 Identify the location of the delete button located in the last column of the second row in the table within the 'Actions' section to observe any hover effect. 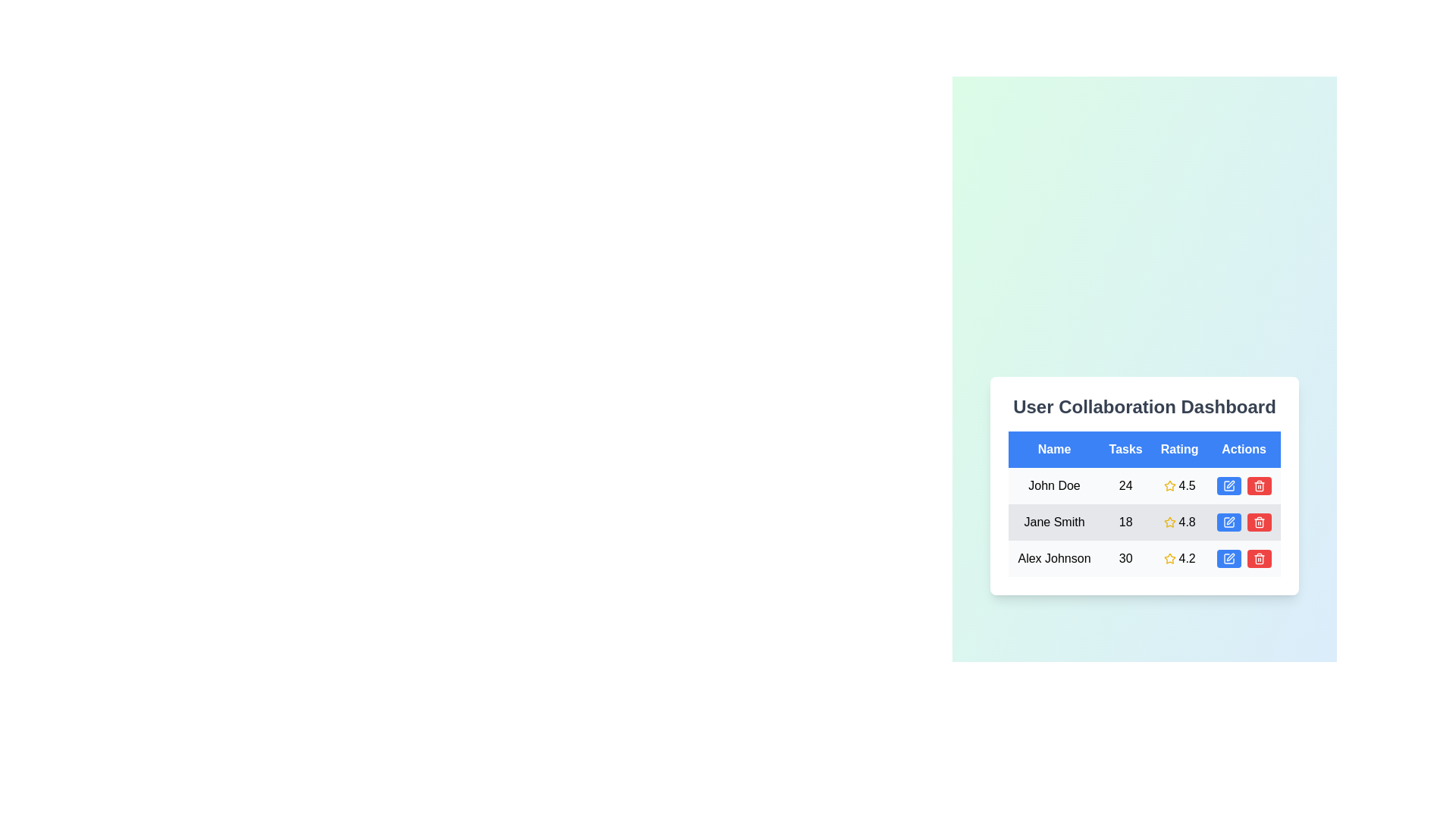
(1259, 522).